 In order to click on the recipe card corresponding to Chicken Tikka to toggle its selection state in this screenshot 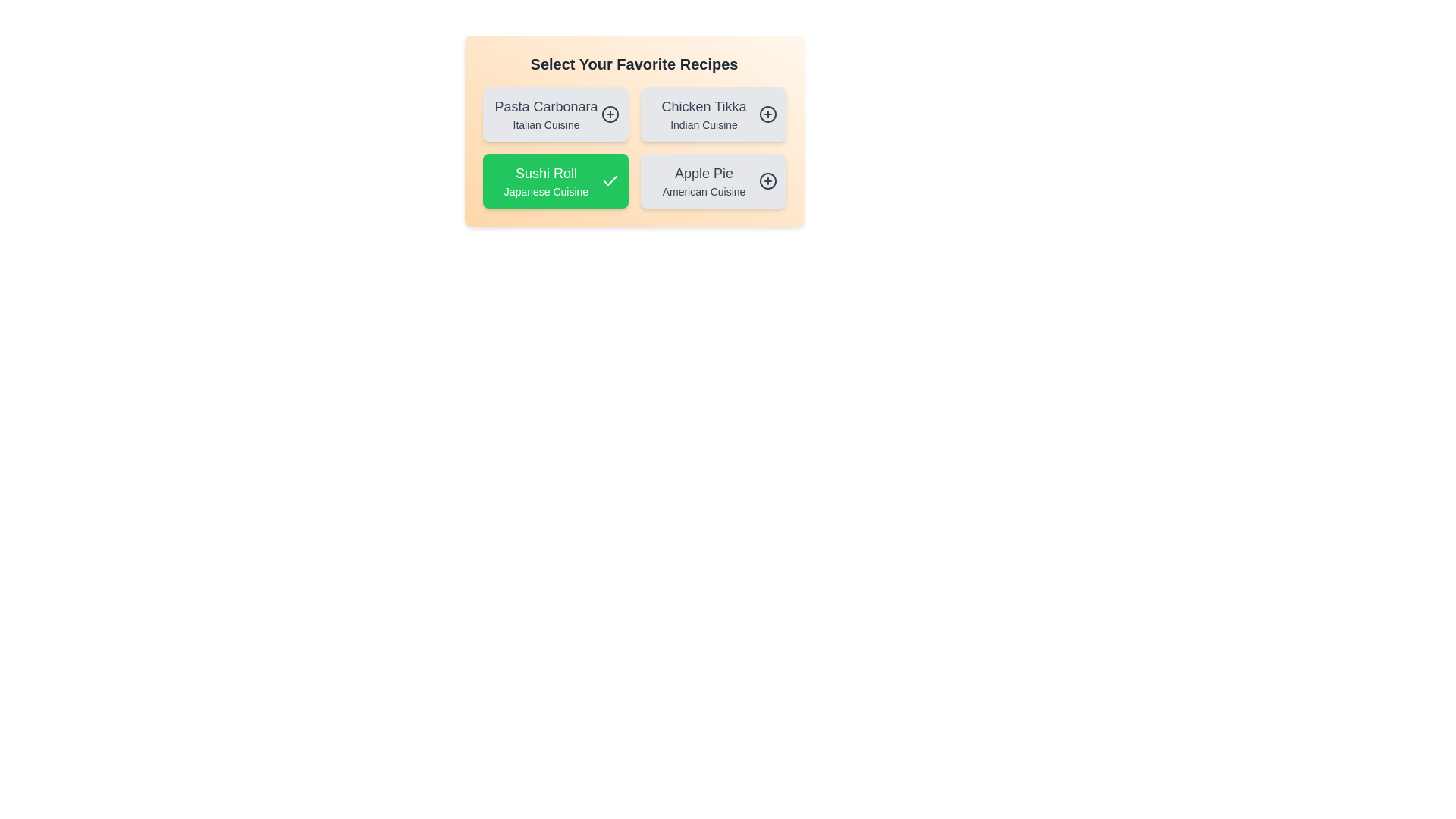, I will do `click(712, 113)`.